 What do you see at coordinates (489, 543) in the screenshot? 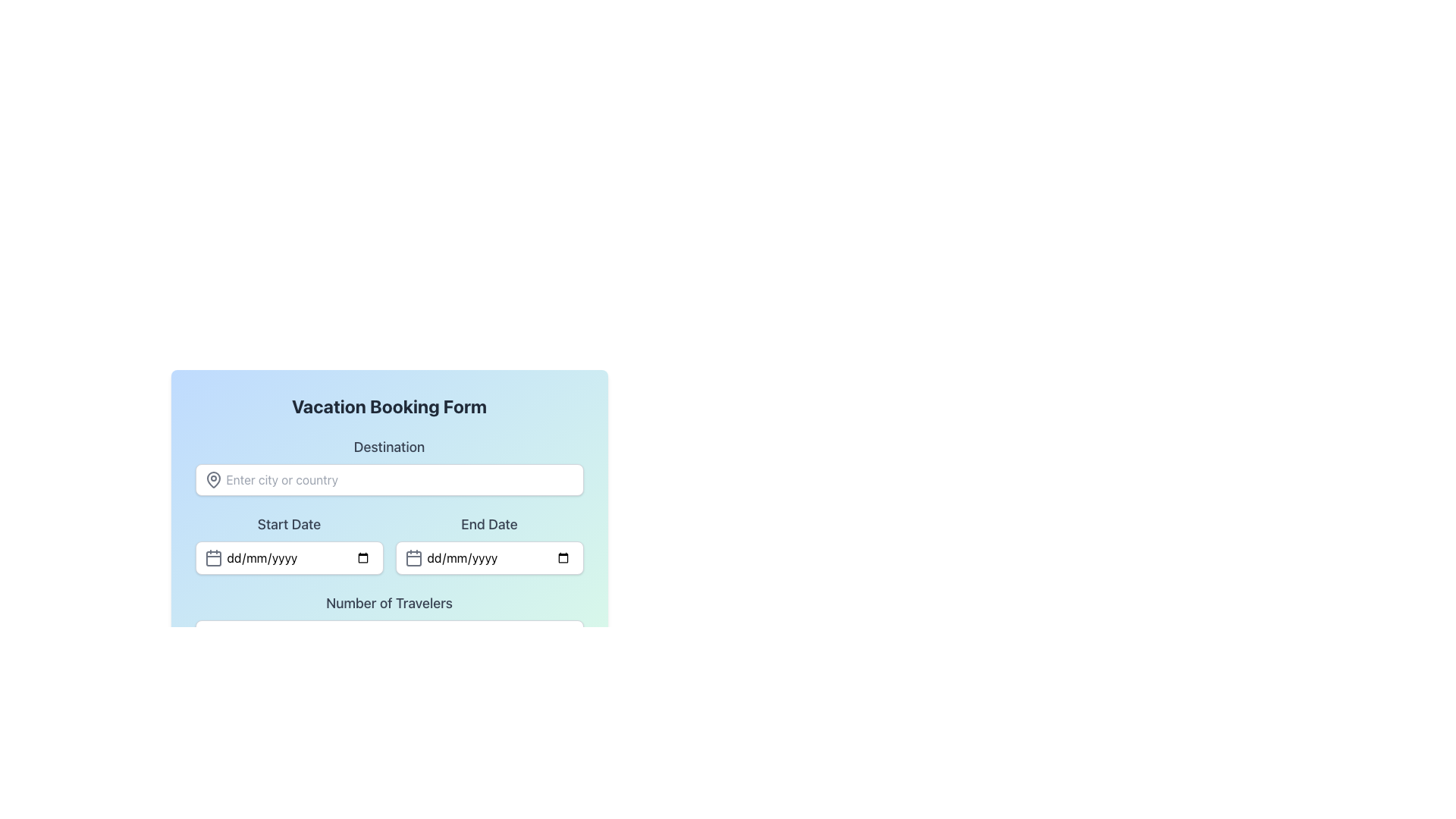
I see `the Date Picker Input Field to focus on it, which is located in the second column of a two-column grid layout, directly below the 'Destination' field, and to the right of the 'Start Date' field` at bounding box center [489, 543].